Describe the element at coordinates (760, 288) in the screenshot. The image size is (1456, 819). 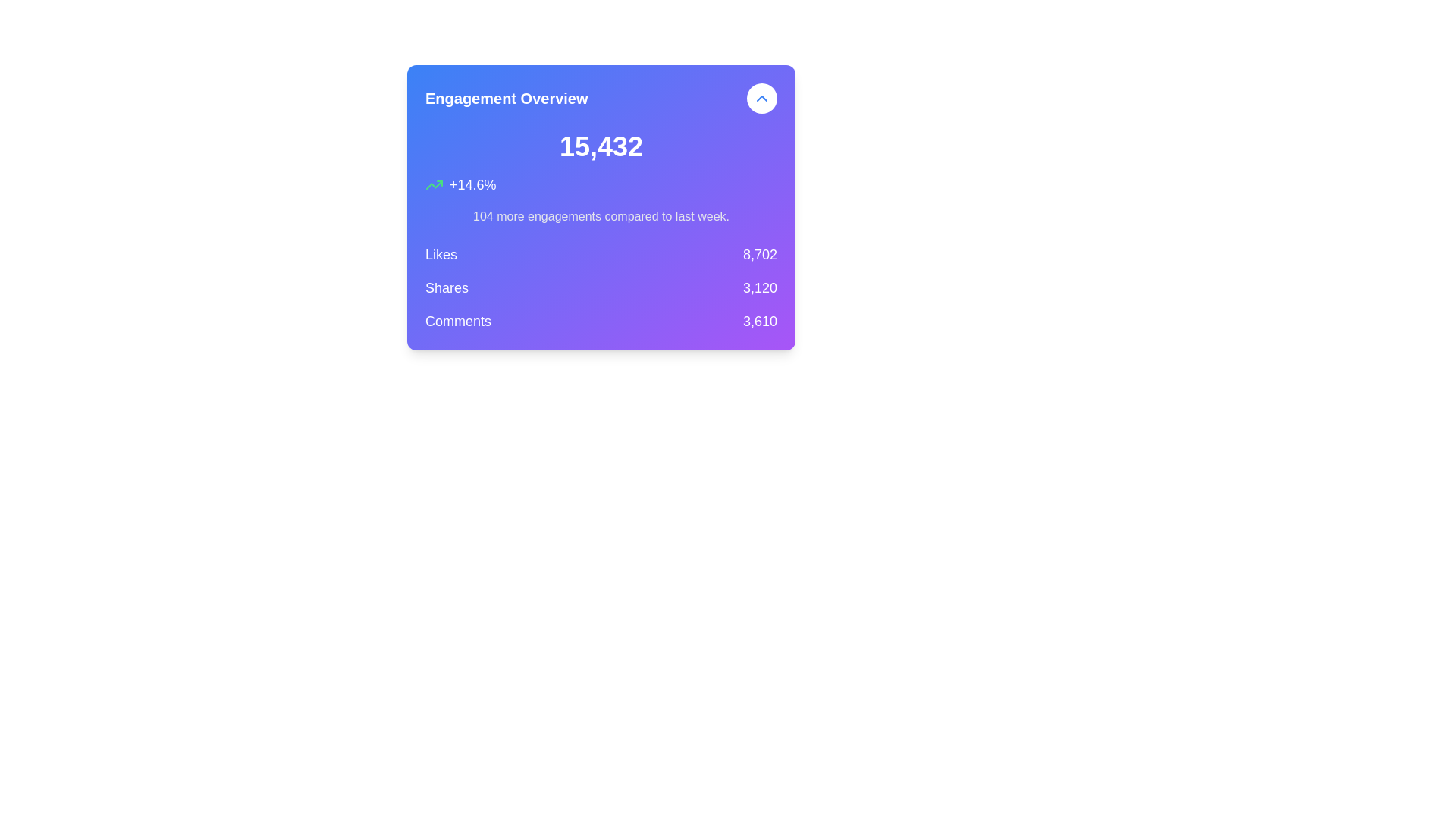
I see `the static text display that shows the number '3,120' associated with the 'Shares' label in the engagement overview panel` at that location.